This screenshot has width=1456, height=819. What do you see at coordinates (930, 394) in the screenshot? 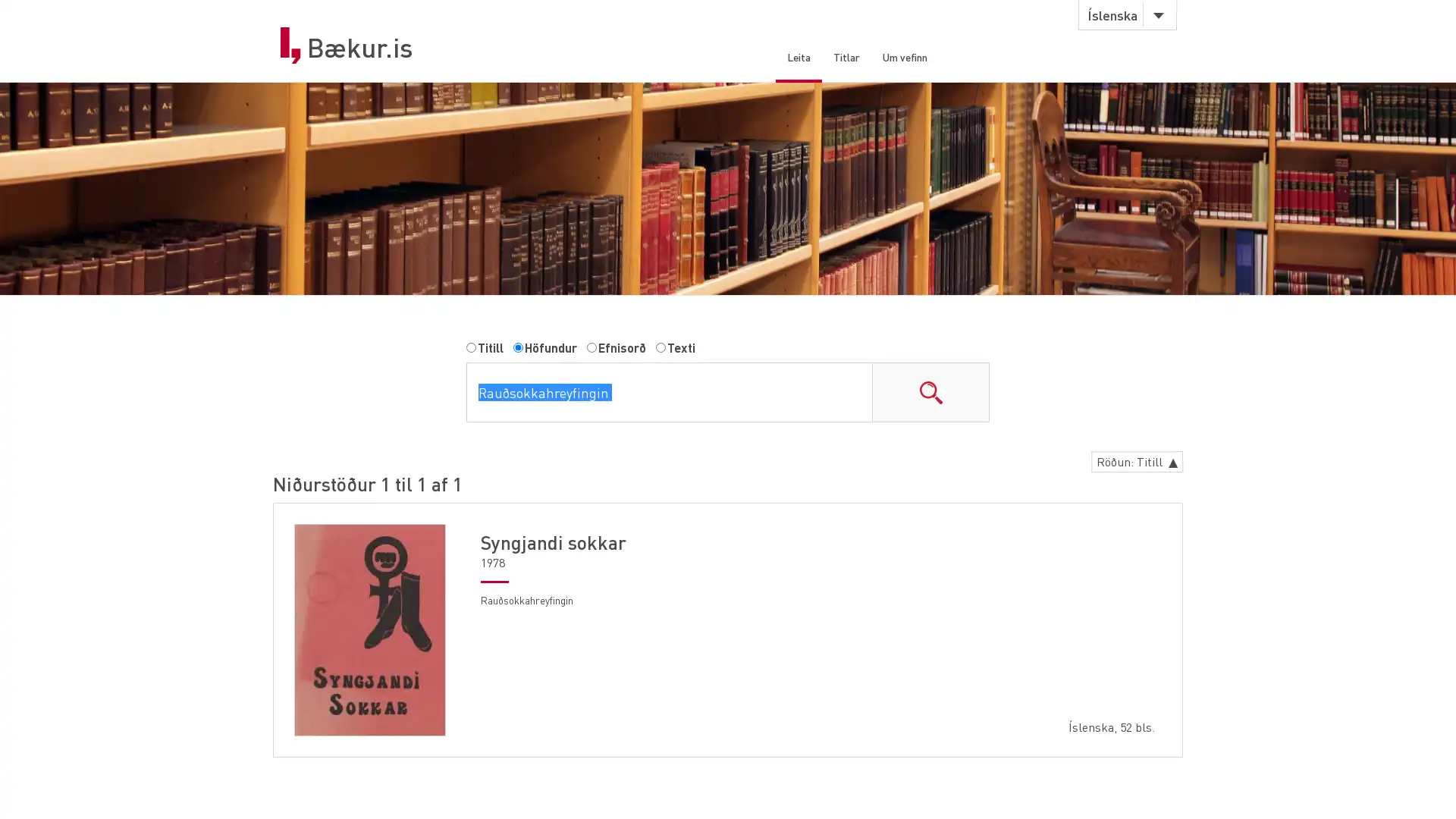
I see `search` at bounding box center [930, 394].